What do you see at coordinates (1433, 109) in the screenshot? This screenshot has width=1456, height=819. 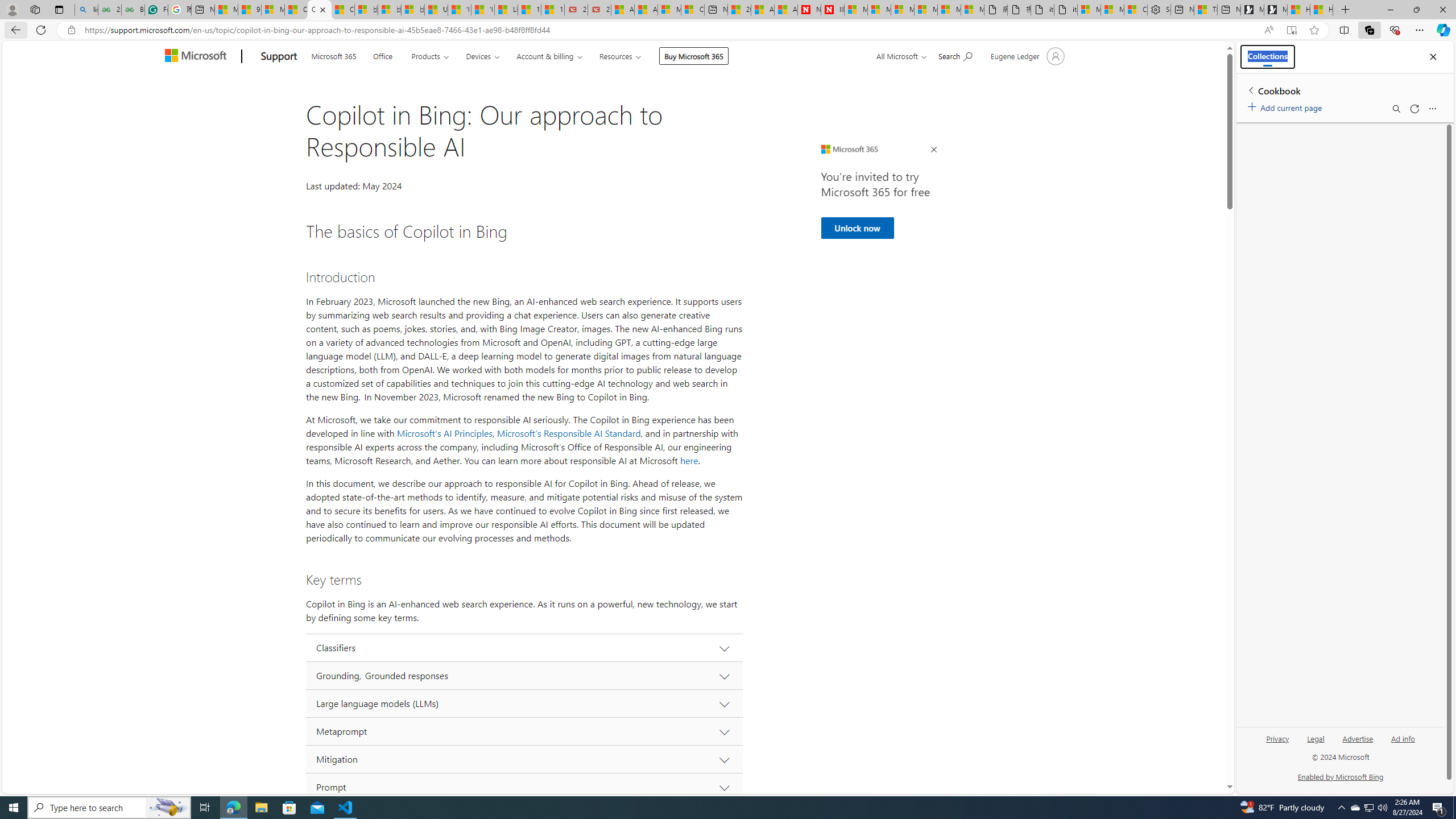 I see `'More options menu'` at bounding box center [1433, 109].